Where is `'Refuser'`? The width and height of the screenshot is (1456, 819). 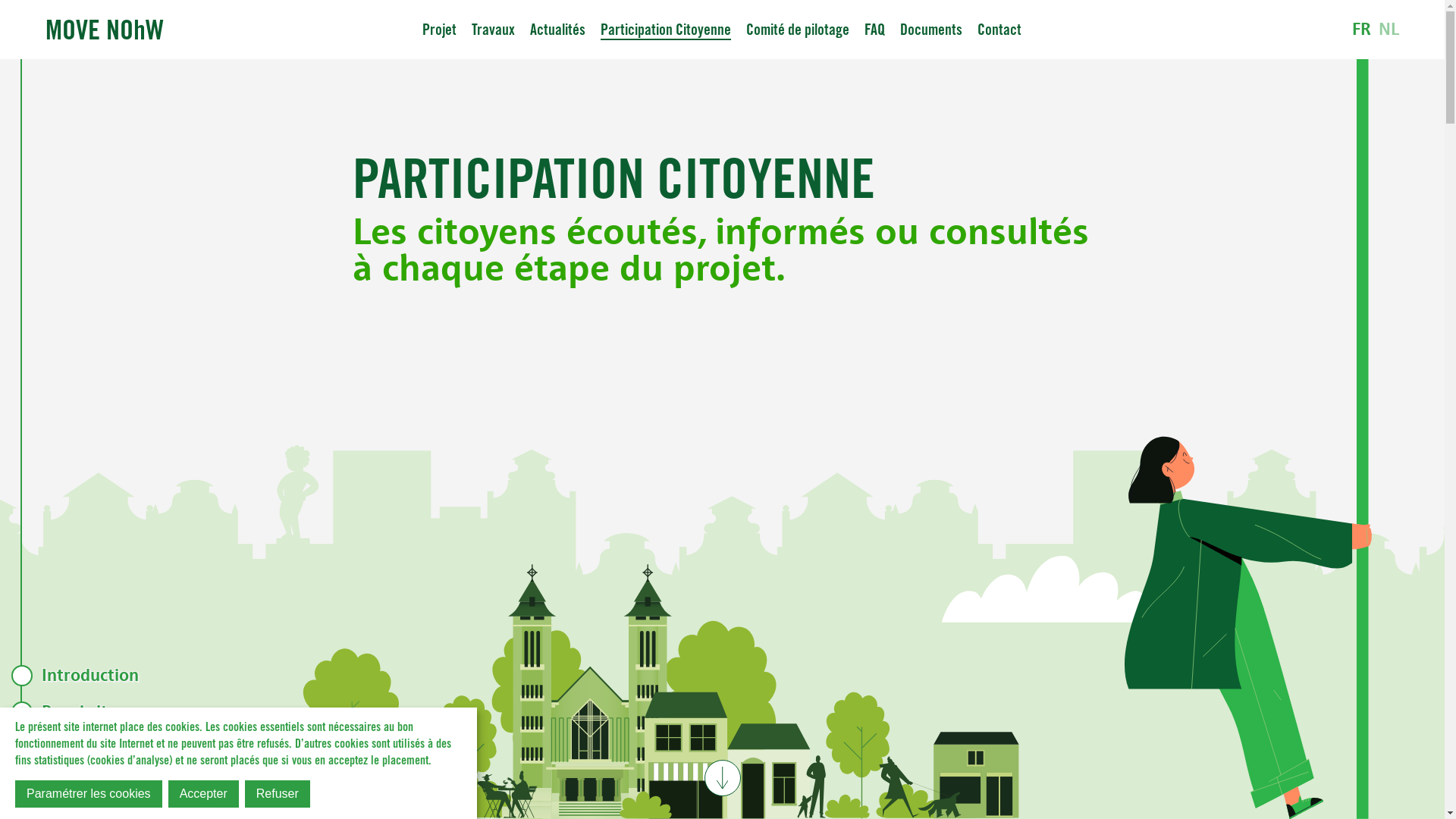 'Refuser' is located at coordinates (277, 792).